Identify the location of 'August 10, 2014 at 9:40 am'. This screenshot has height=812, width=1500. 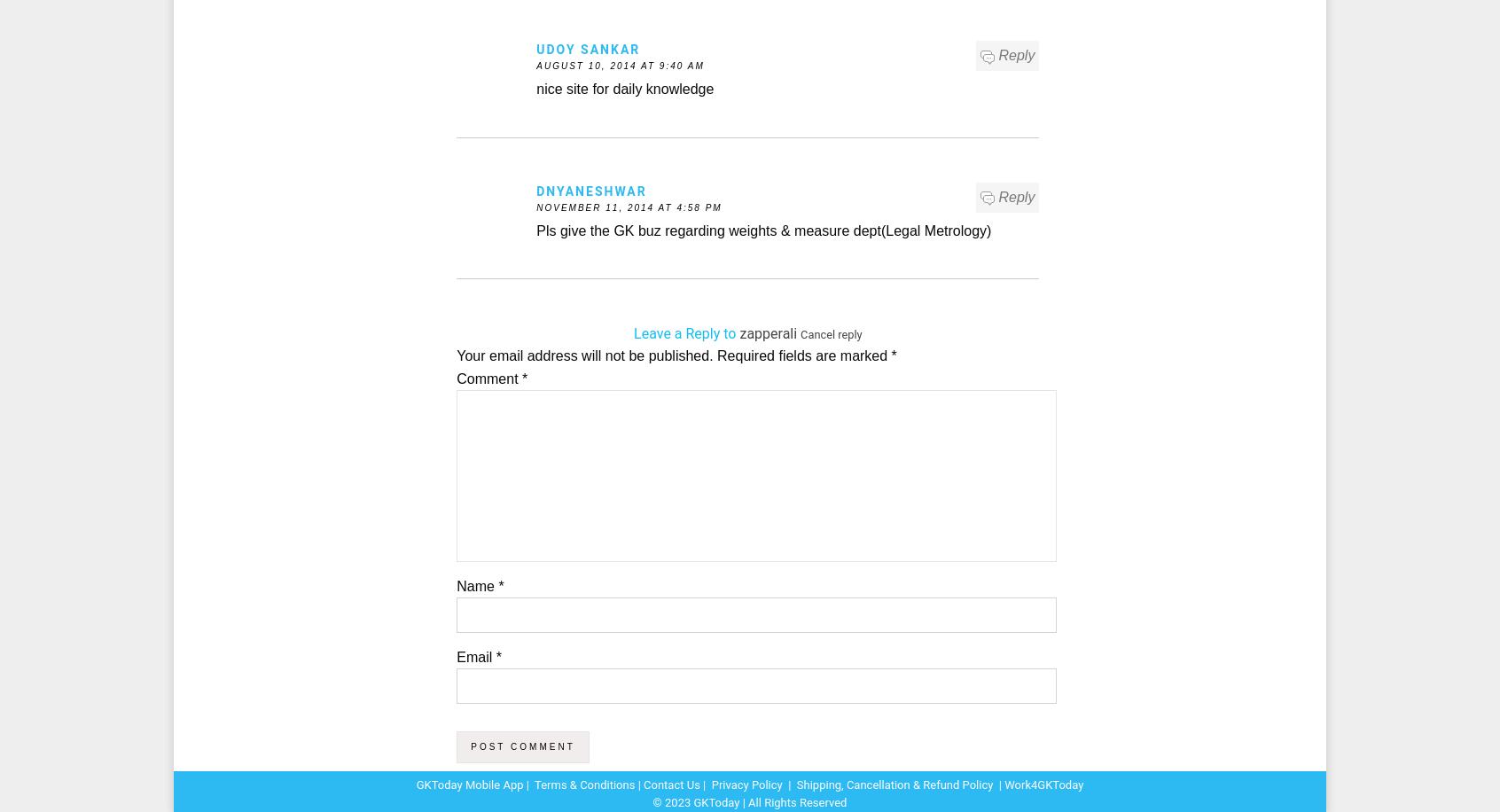
(620, 65).